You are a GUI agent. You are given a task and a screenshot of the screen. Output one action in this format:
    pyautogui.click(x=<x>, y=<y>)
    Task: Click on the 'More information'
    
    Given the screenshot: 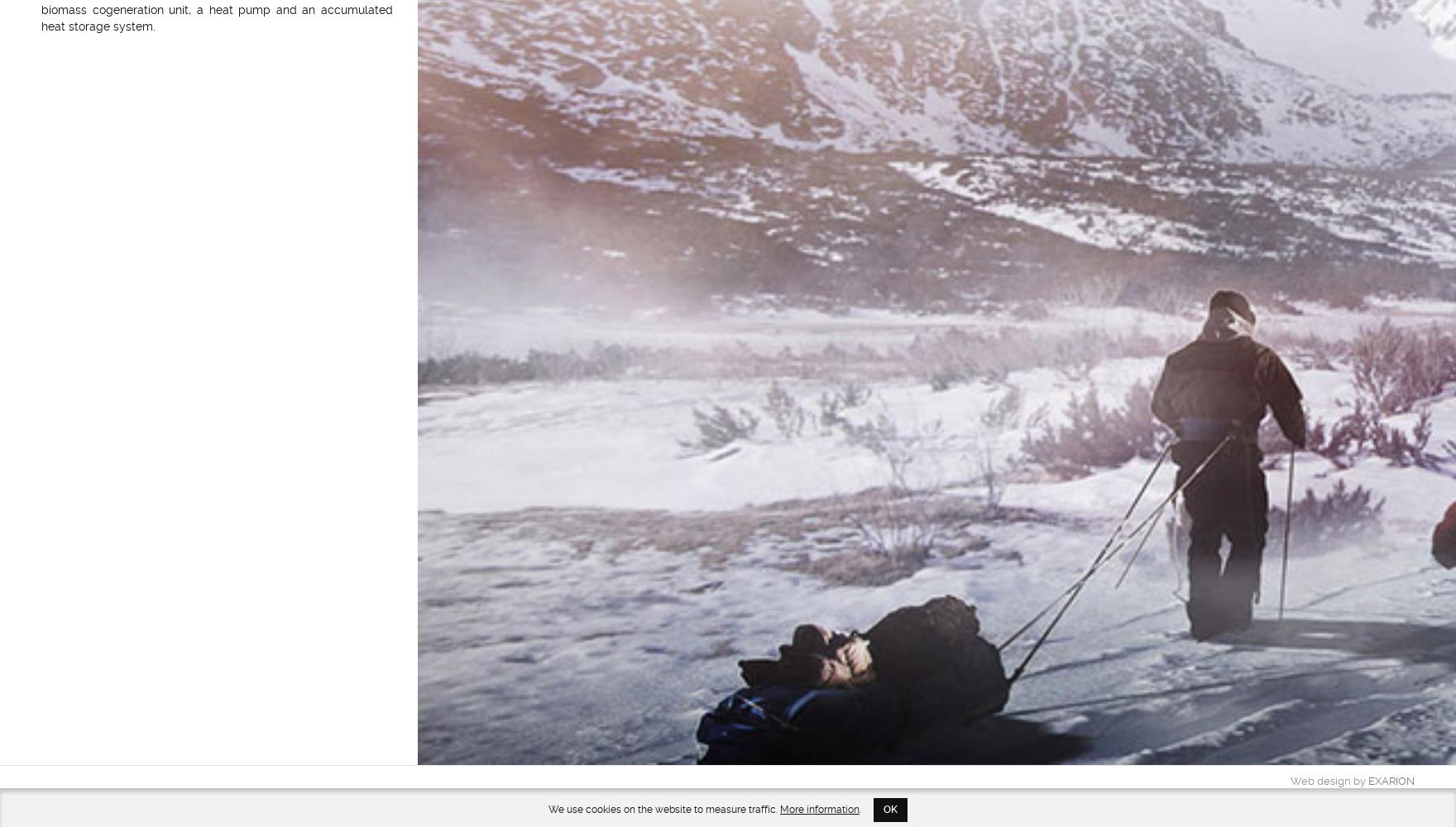 What is the action you would take?
    pyautogui.click(x=780, y=808)
    